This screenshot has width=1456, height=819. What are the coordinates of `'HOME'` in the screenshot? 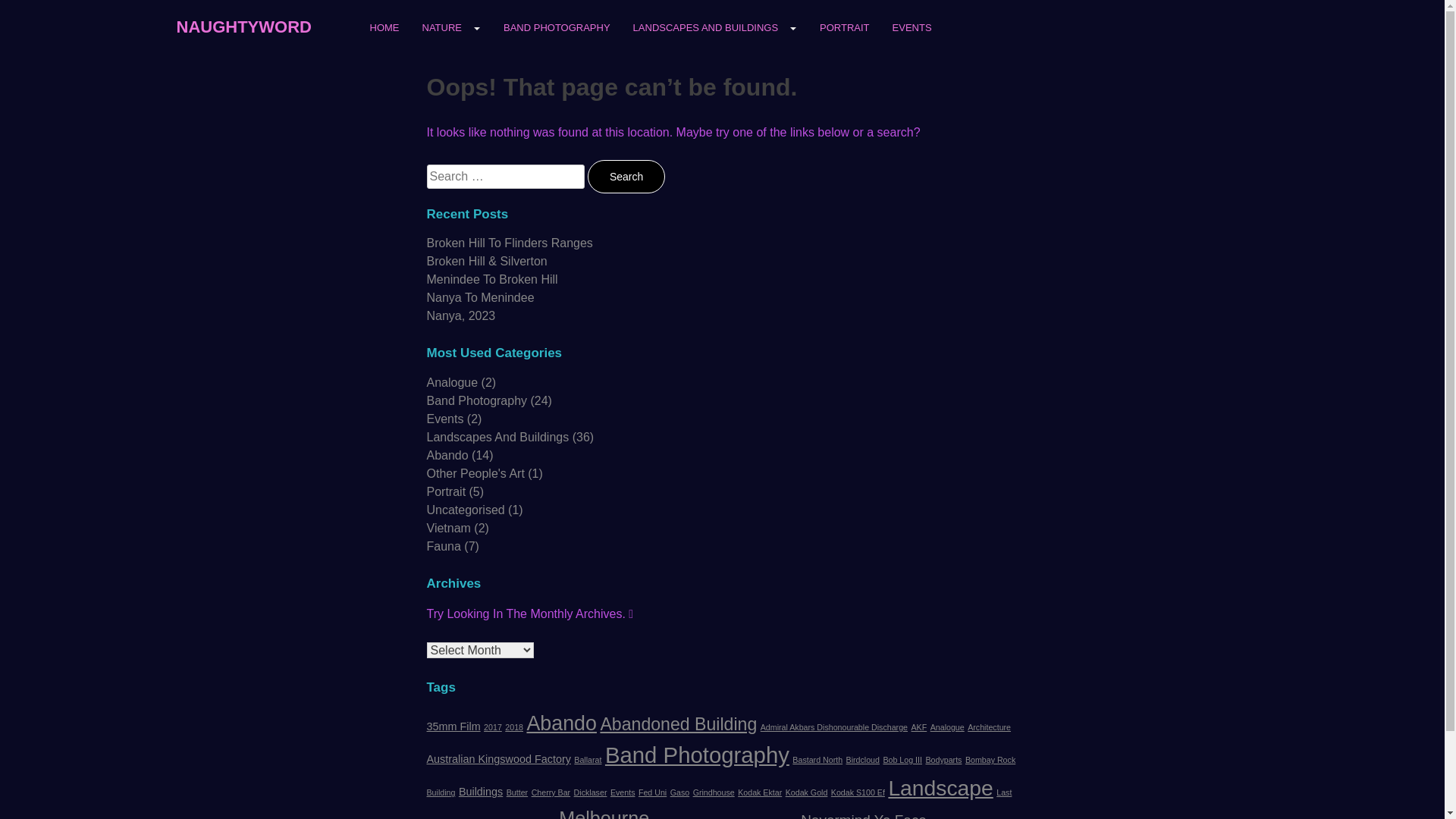 It's located at (384, 32).